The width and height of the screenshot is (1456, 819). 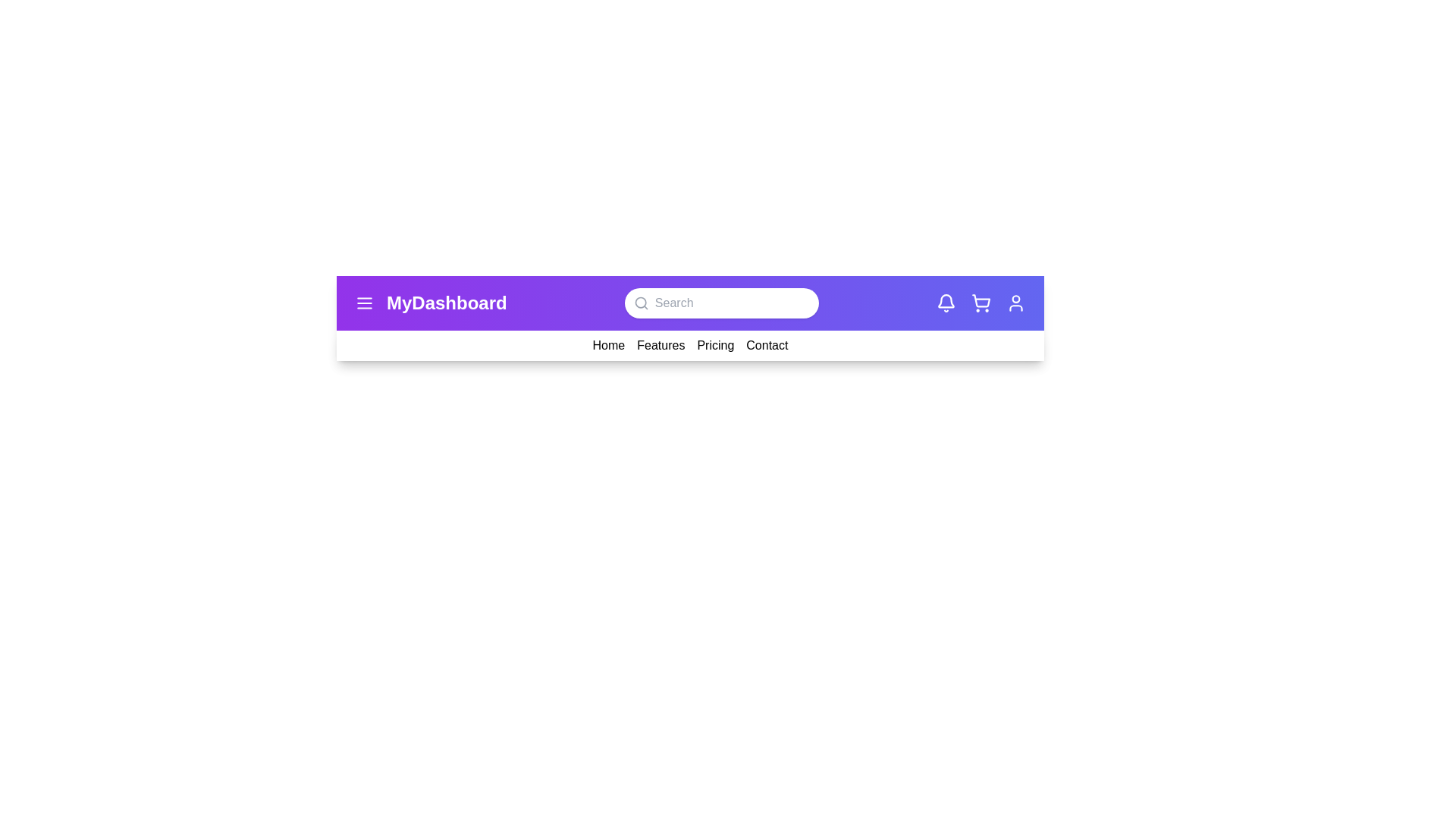 What do you see at coordinates (364, 303) in the screenshot?
I see `the menu icon to toggle the menu visibility` at bounding box center [364, 303].